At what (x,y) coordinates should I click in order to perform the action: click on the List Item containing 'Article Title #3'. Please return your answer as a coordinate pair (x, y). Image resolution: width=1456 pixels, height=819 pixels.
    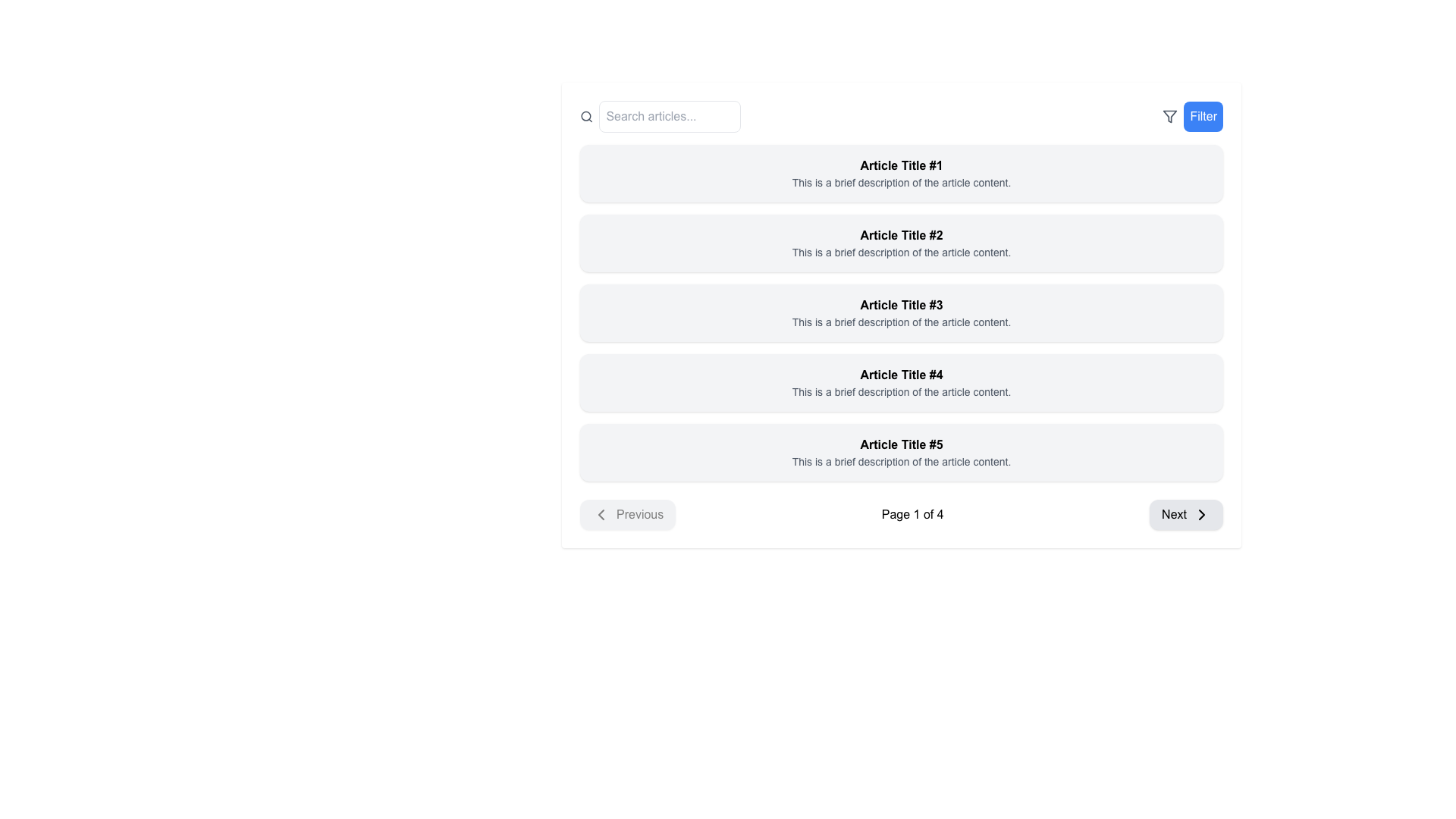
    Looking at the image, I should click on (902, 312).